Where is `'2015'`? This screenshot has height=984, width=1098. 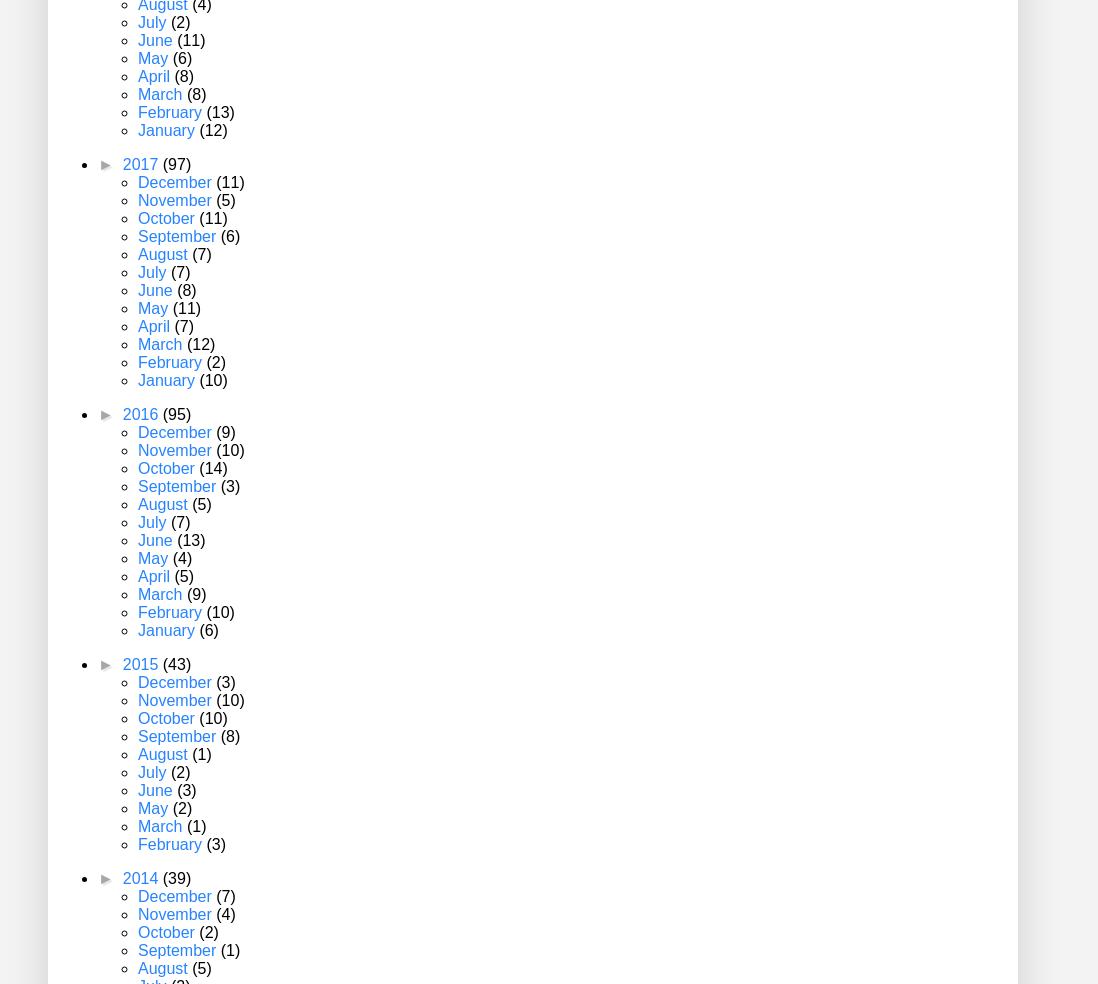
'2015' is located at coordinates (121, 664).